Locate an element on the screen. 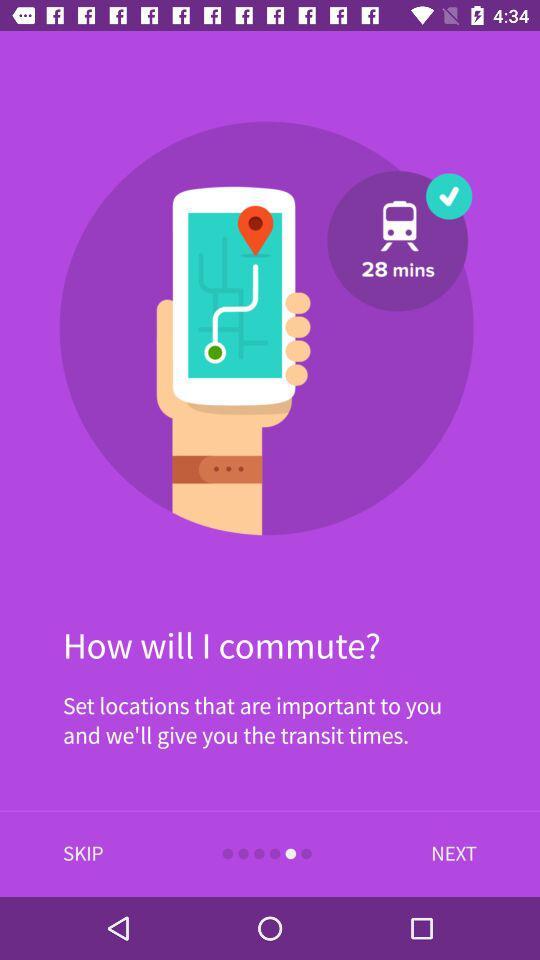  item at the bottom left corner is located at coordinates (82, 853).